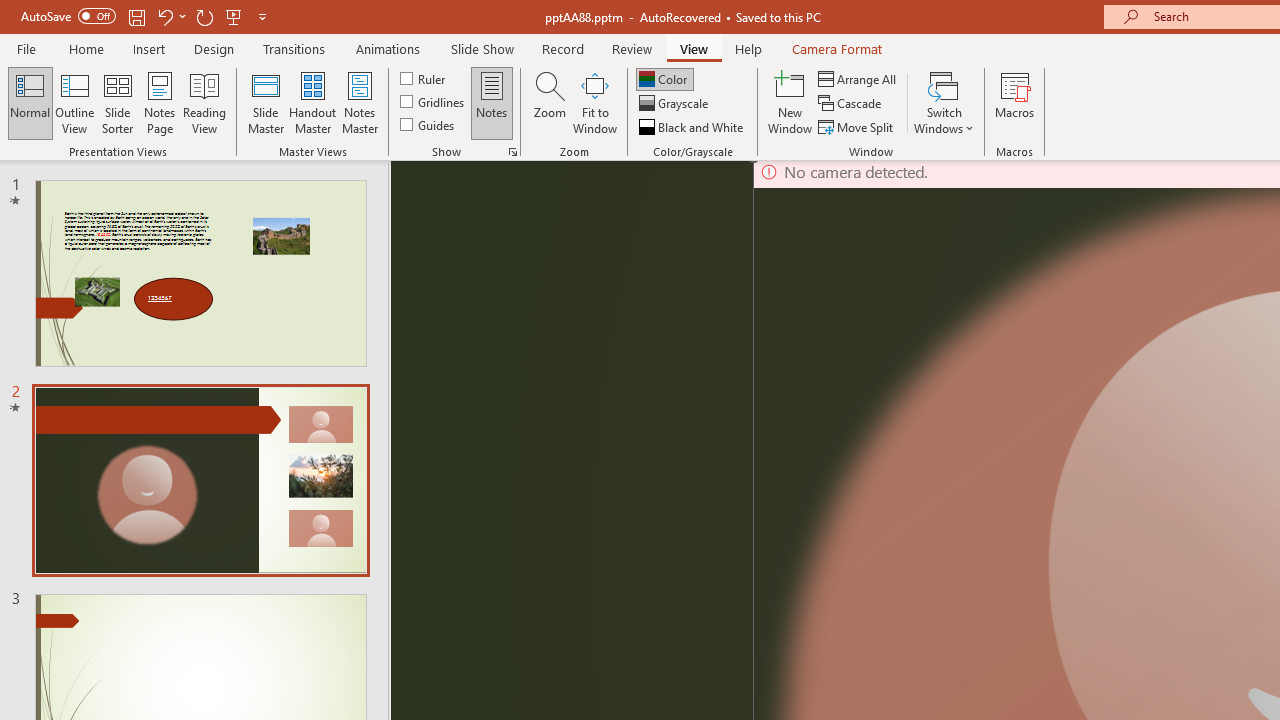 This screenshot has height=720, width=1280. What do you see at coordinates (135, 16) in the screenshot?
I see `'Save'` at bounding box center [135, 16].